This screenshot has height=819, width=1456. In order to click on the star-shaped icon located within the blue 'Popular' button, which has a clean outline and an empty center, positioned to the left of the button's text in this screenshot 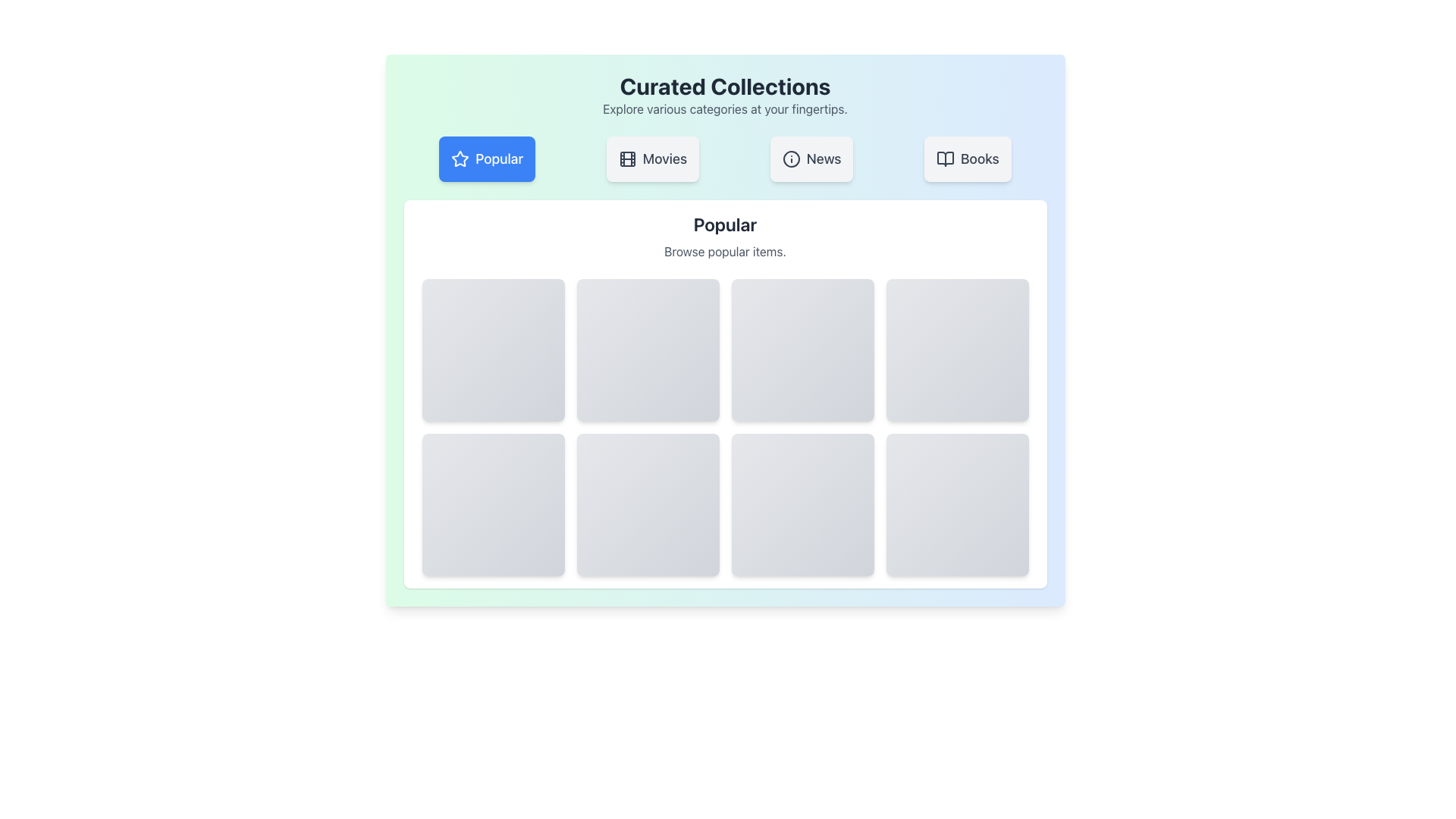, I will do `click(460, 158)`.